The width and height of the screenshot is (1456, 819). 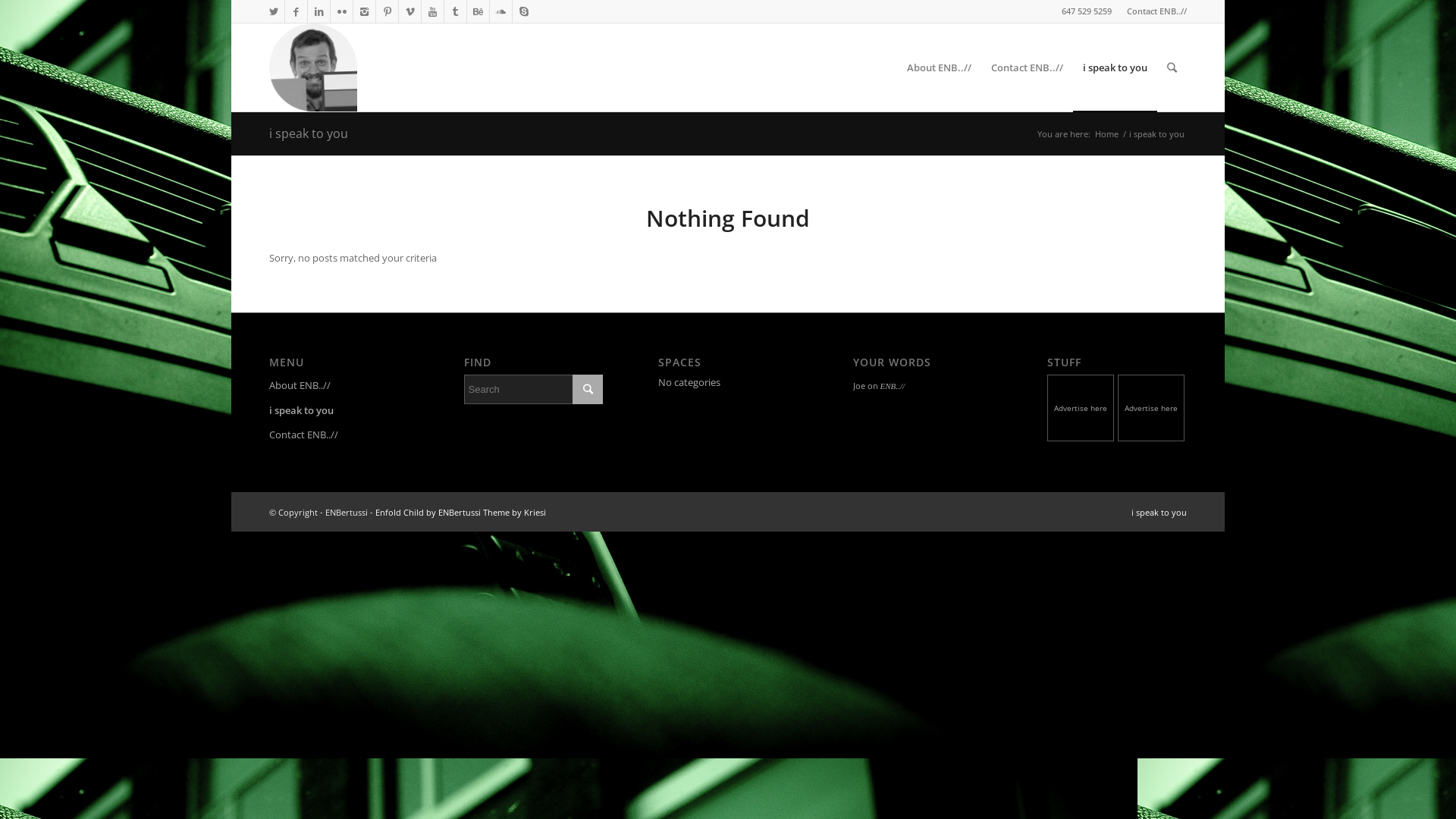 What do you see at coordinates (409, 11) in the screenshot?
I see `'Vimeo'` at bounding box center [409, 11].